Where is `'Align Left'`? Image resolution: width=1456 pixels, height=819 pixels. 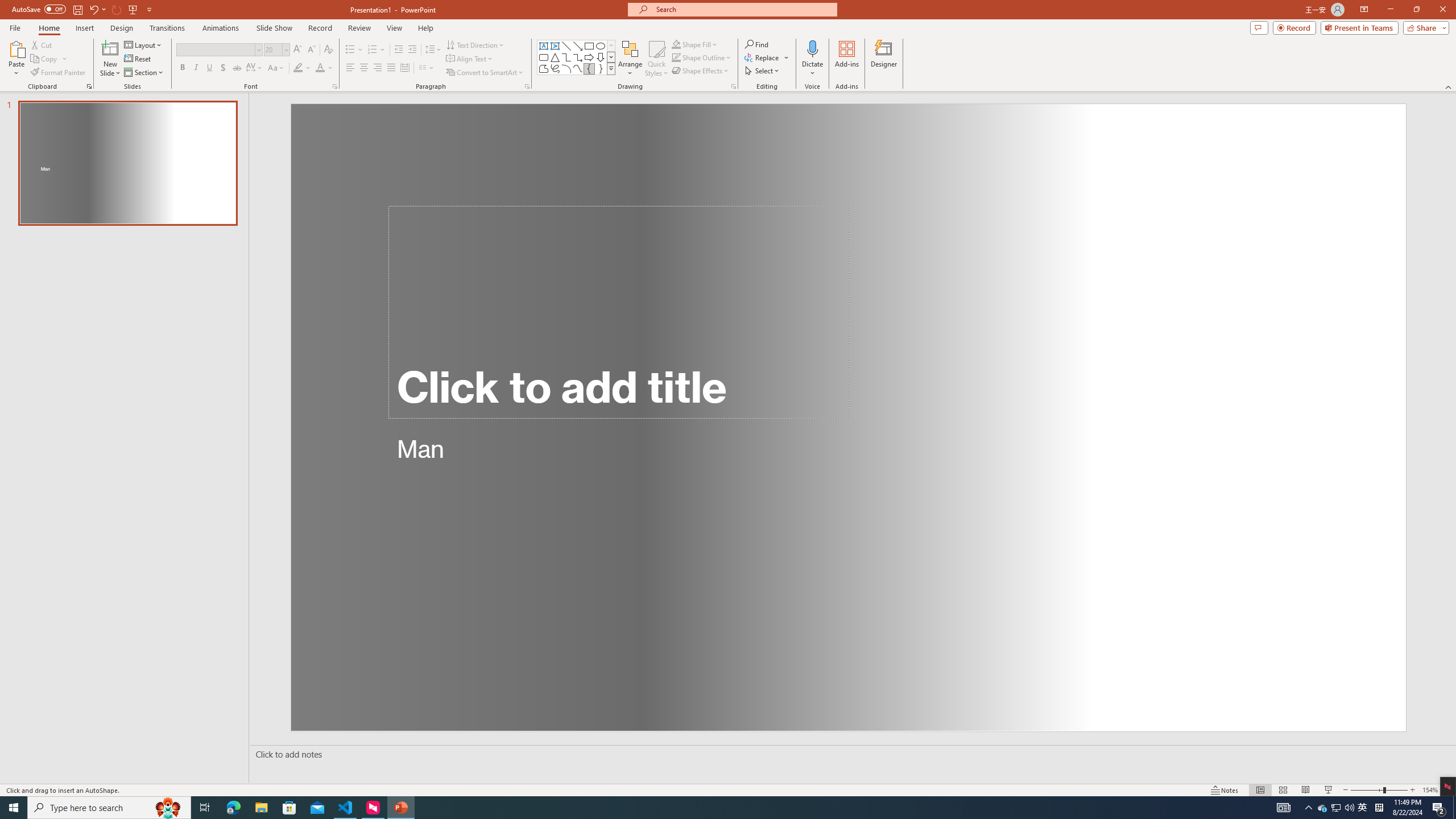
'Align Left' is located at coordinates (350, 67).